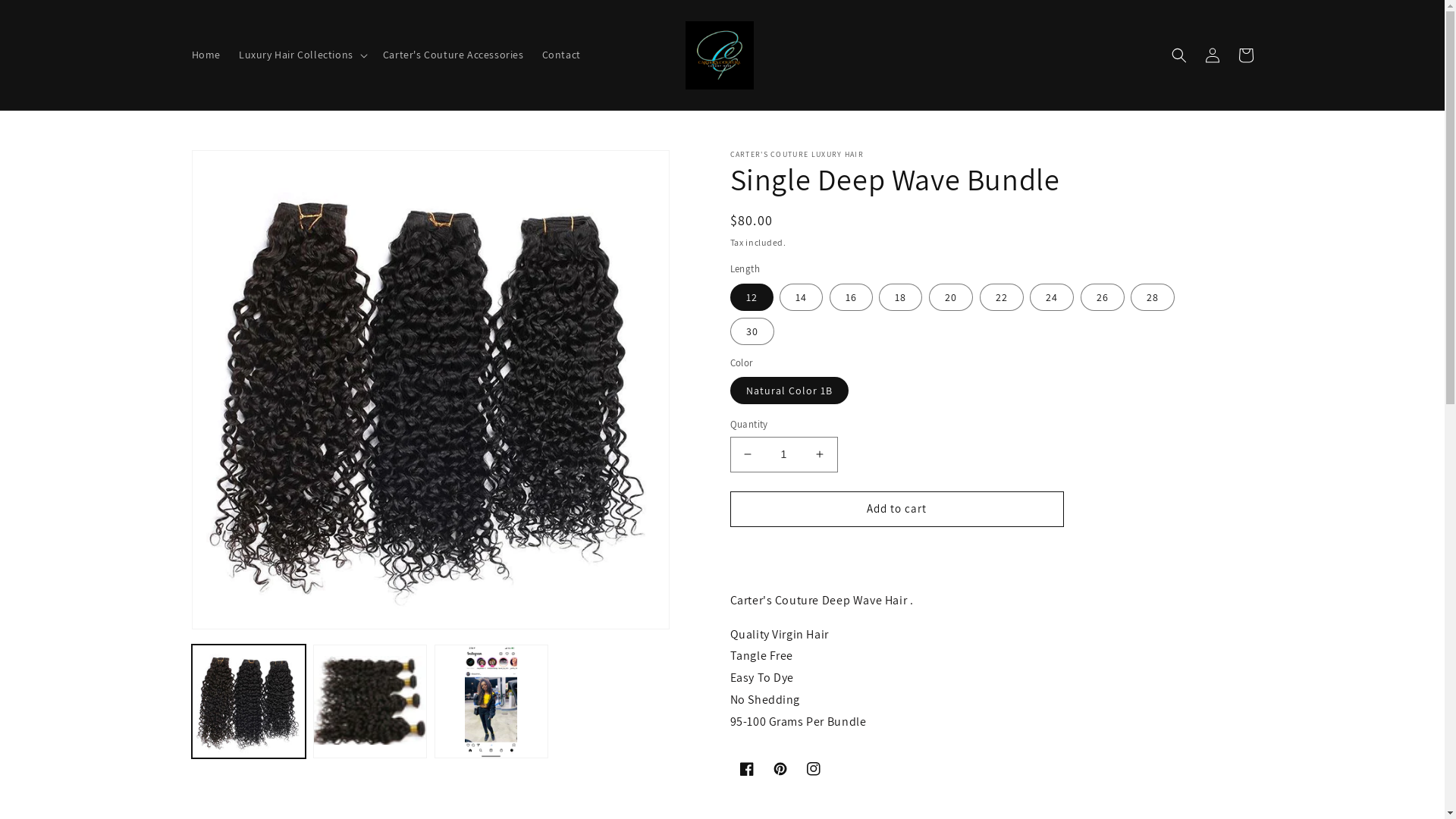 The height and width of the screenshot is (819, 1456). Describe the element at coordinates (560, 54) in the screenshot. I see `'Contact'` at that location.